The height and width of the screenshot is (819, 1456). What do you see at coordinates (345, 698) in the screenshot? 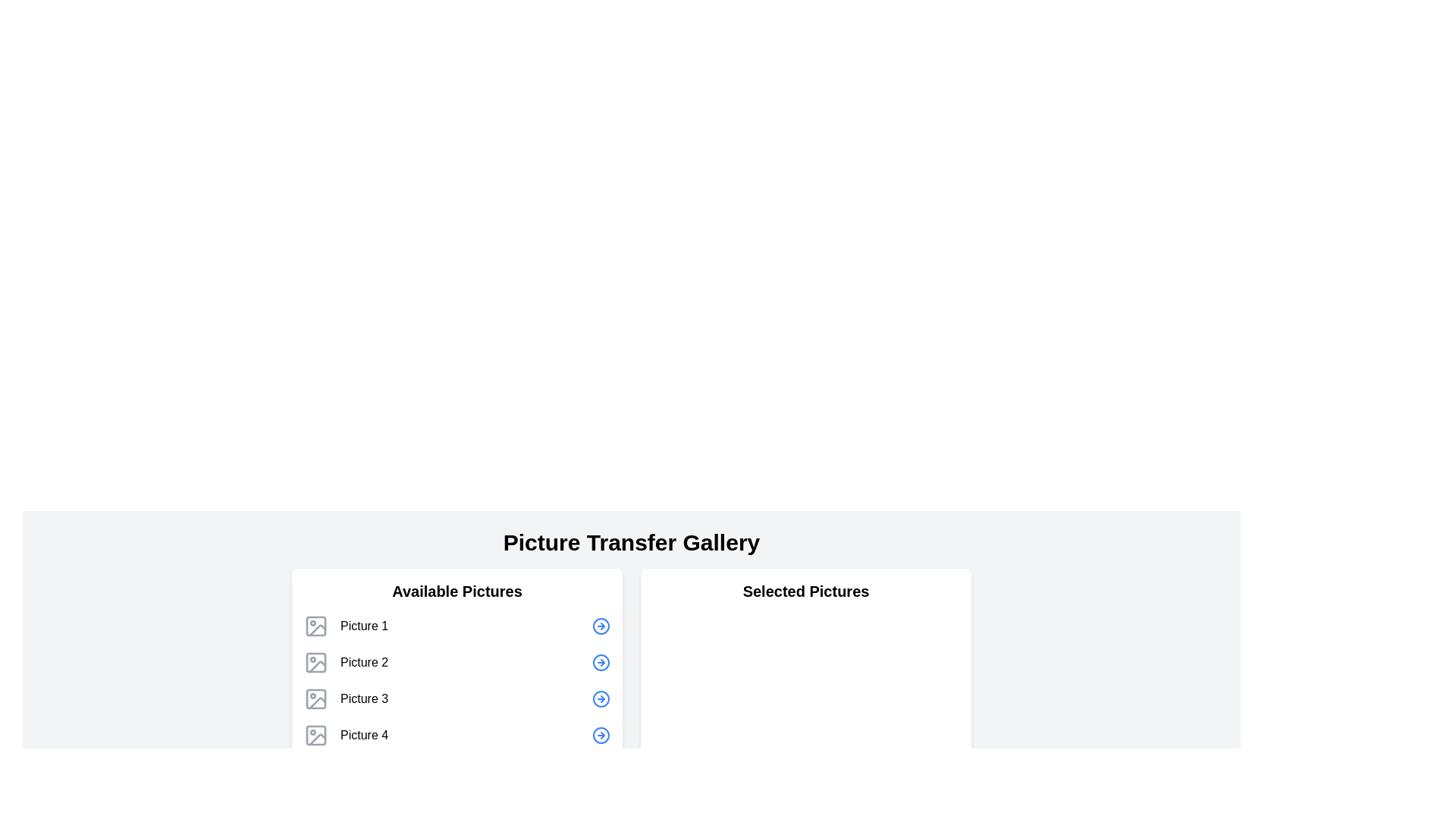
I see `the list item labeled 'Picture 3' which contains an icon of a picture frame and is located in the 'Available Pictures' column` at bounding box center [345, 698].